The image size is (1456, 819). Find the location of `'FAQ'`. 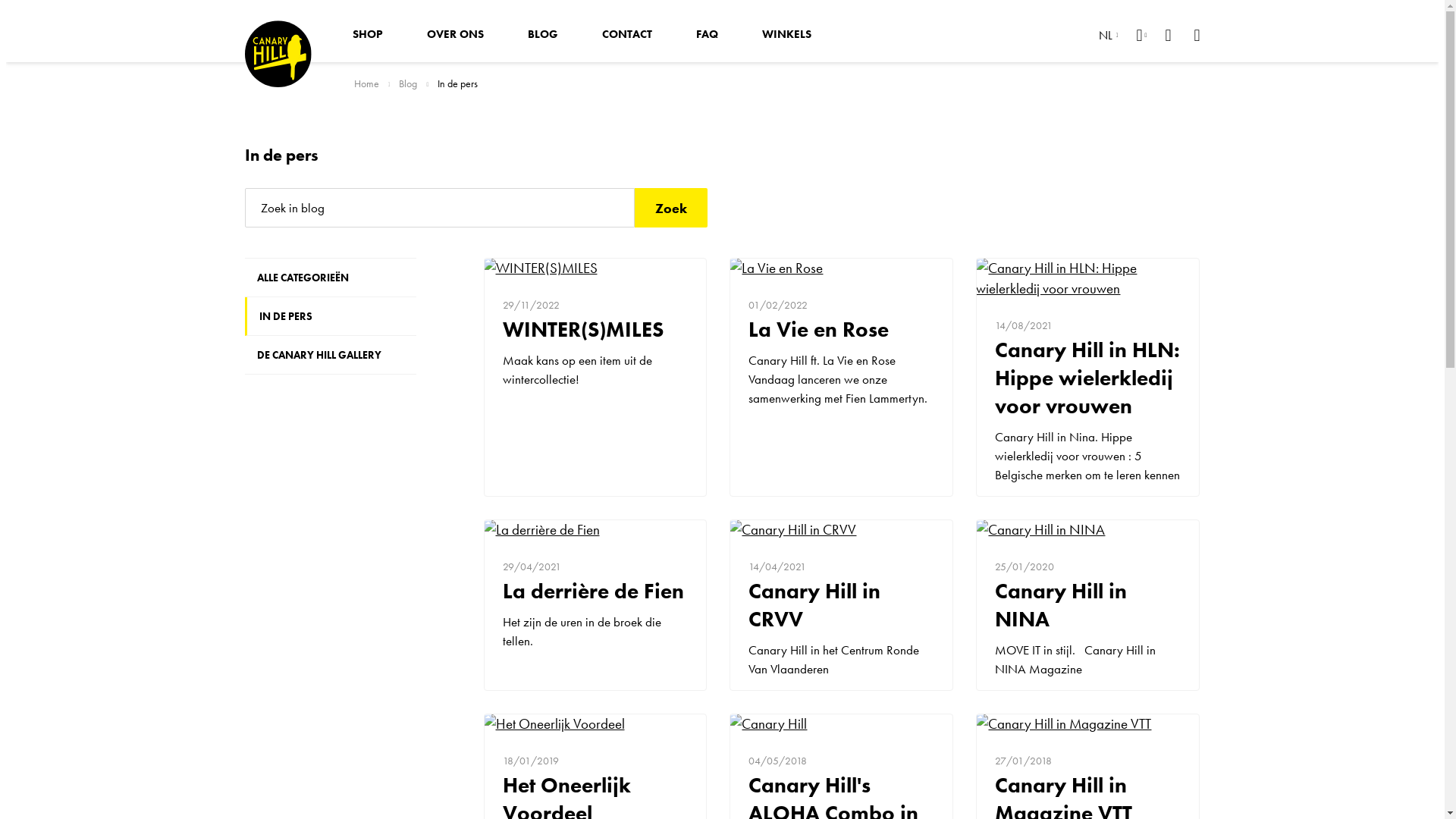

'FAQ' is located at coordinates (705, 34).